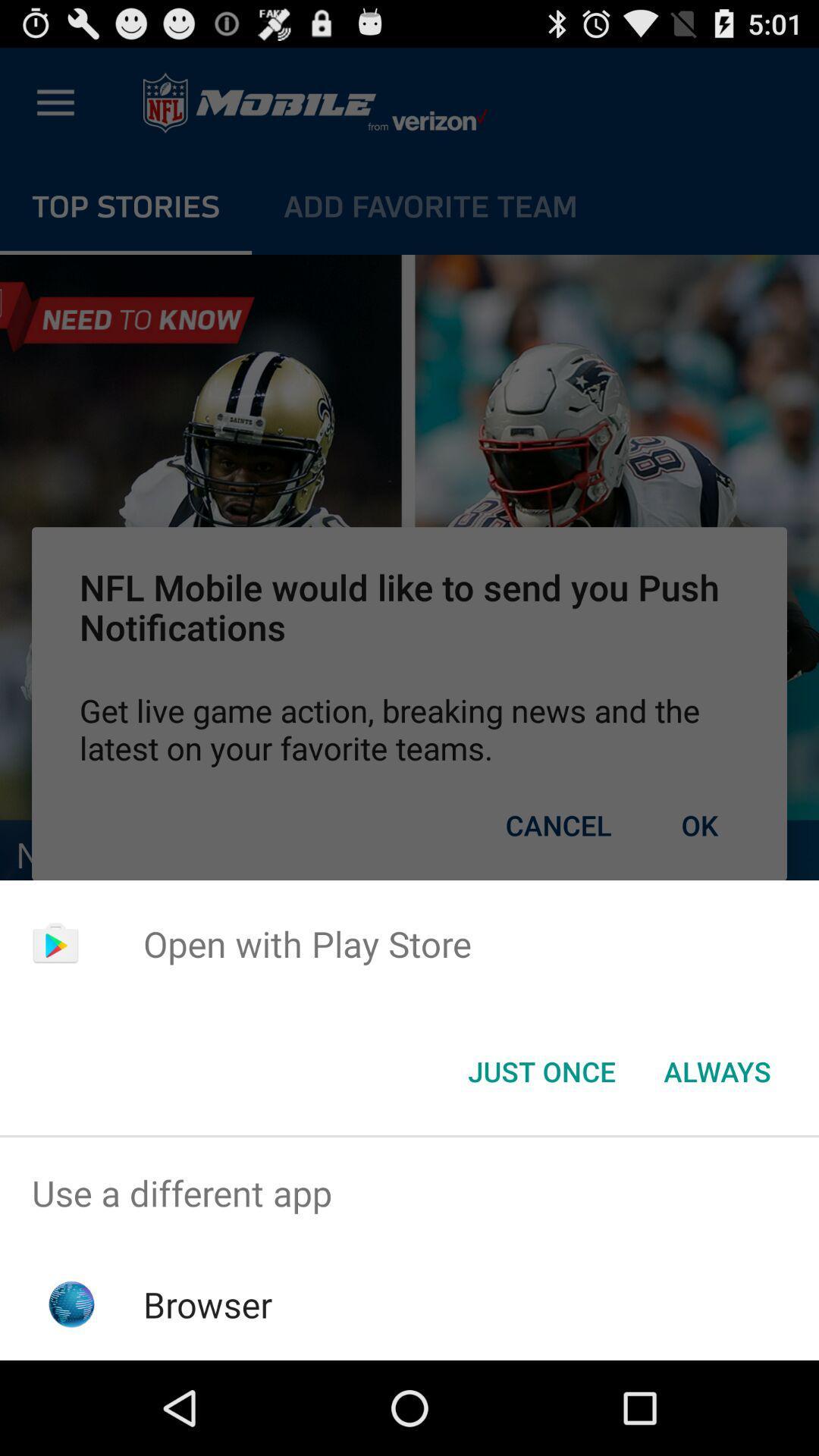 The width and height of the screenshot is (819, 1456). What do you see at coordinates (409, 1192) in the screenshot?
I see `the use a different icon` at bounding box center [409, 1192].